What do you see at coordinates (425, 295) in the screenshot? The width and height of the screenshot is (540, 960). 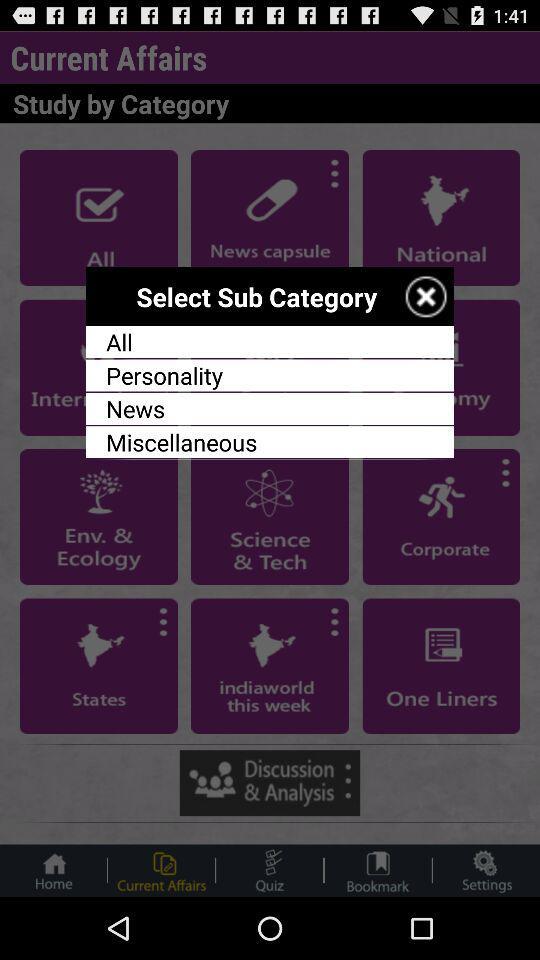 I see `exit selection of sub category` at bounding box center [425, 295].